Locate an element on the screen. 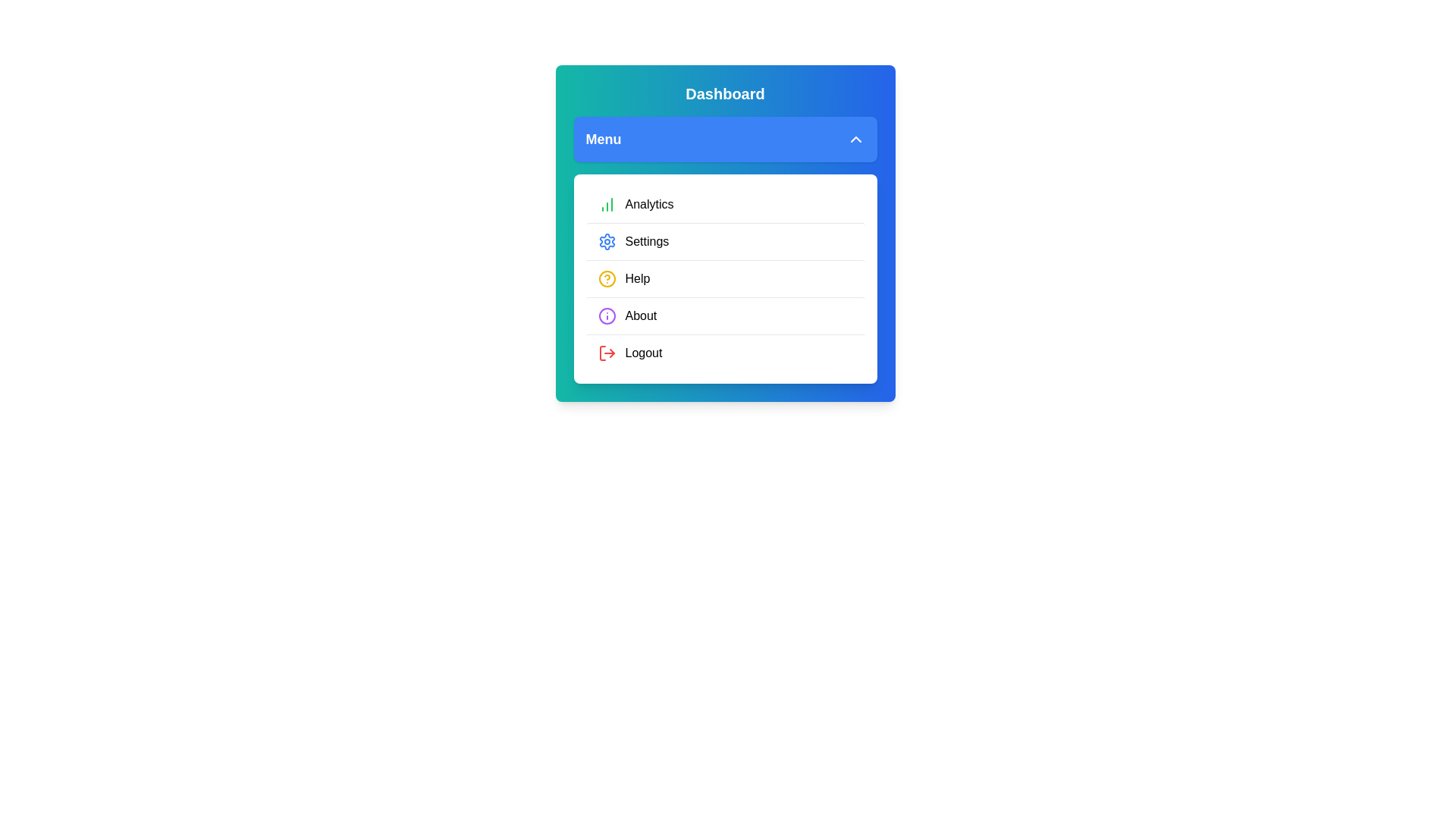 The width and height of the screenshot is (1456, 819). the Decorative icon (SVG element) that visually indicates the 'Settings' option in the dropdown menu of the dashboard interface is located at coordinates (607, 241).